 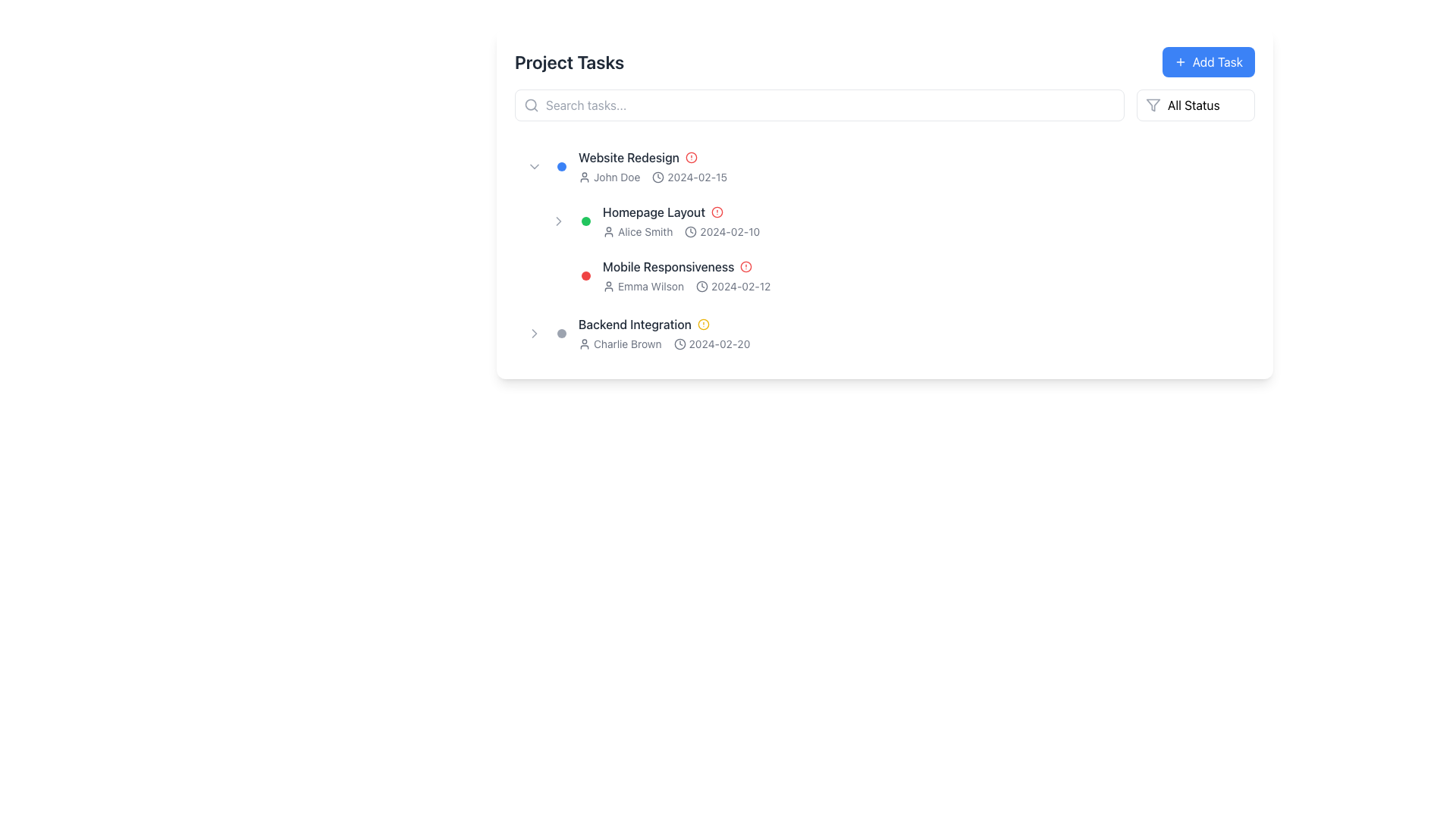 What do you see at coordinates (629, 158) in the screenshot?
I see `the task title text label in the 'Project Tasks' section, which identifies a specific task within the user's workflow` at bounding box center [629, 158].